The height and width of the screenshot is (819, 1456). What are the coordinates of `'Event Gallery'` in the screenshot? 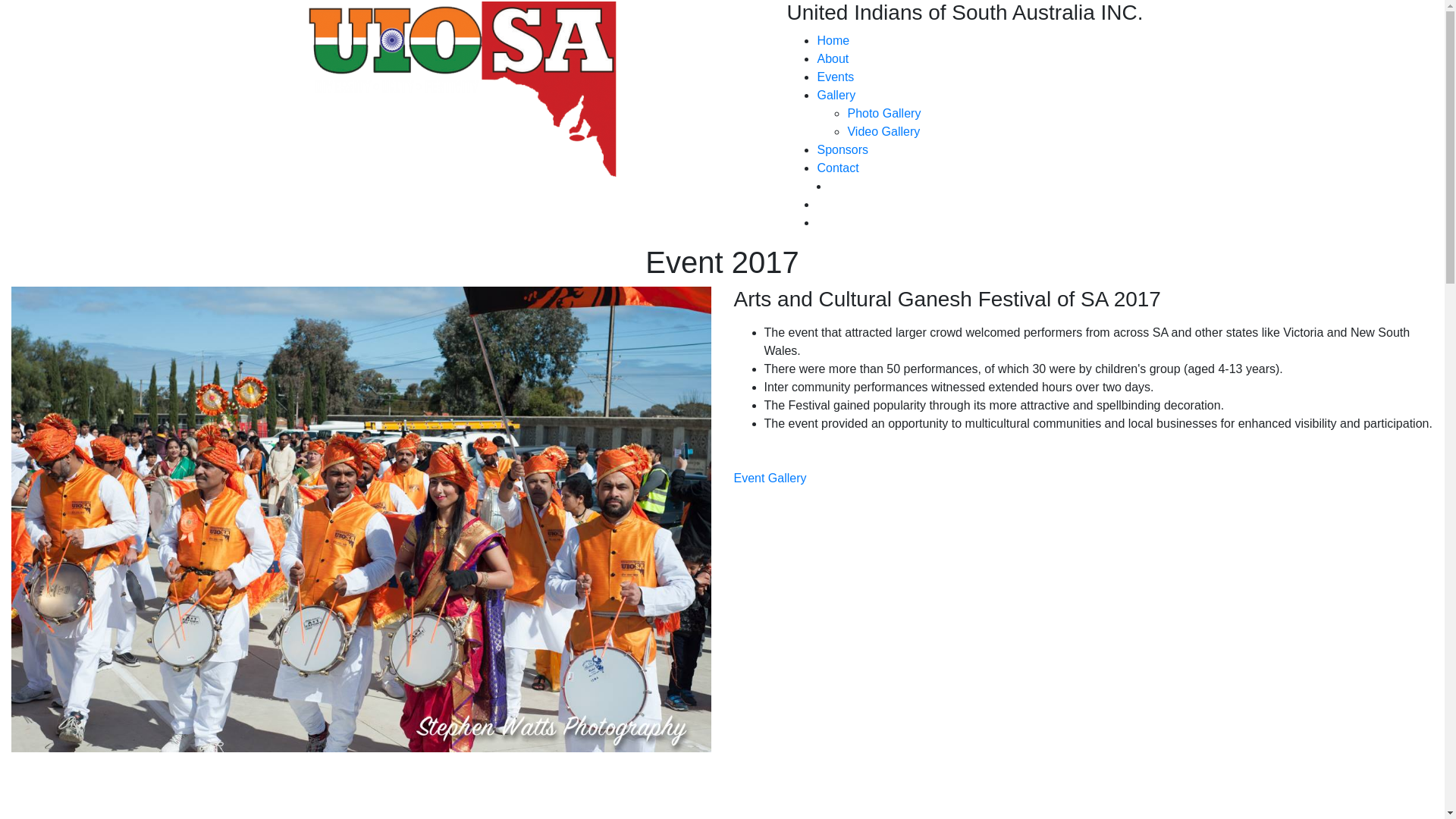 It's located at (770, 478).